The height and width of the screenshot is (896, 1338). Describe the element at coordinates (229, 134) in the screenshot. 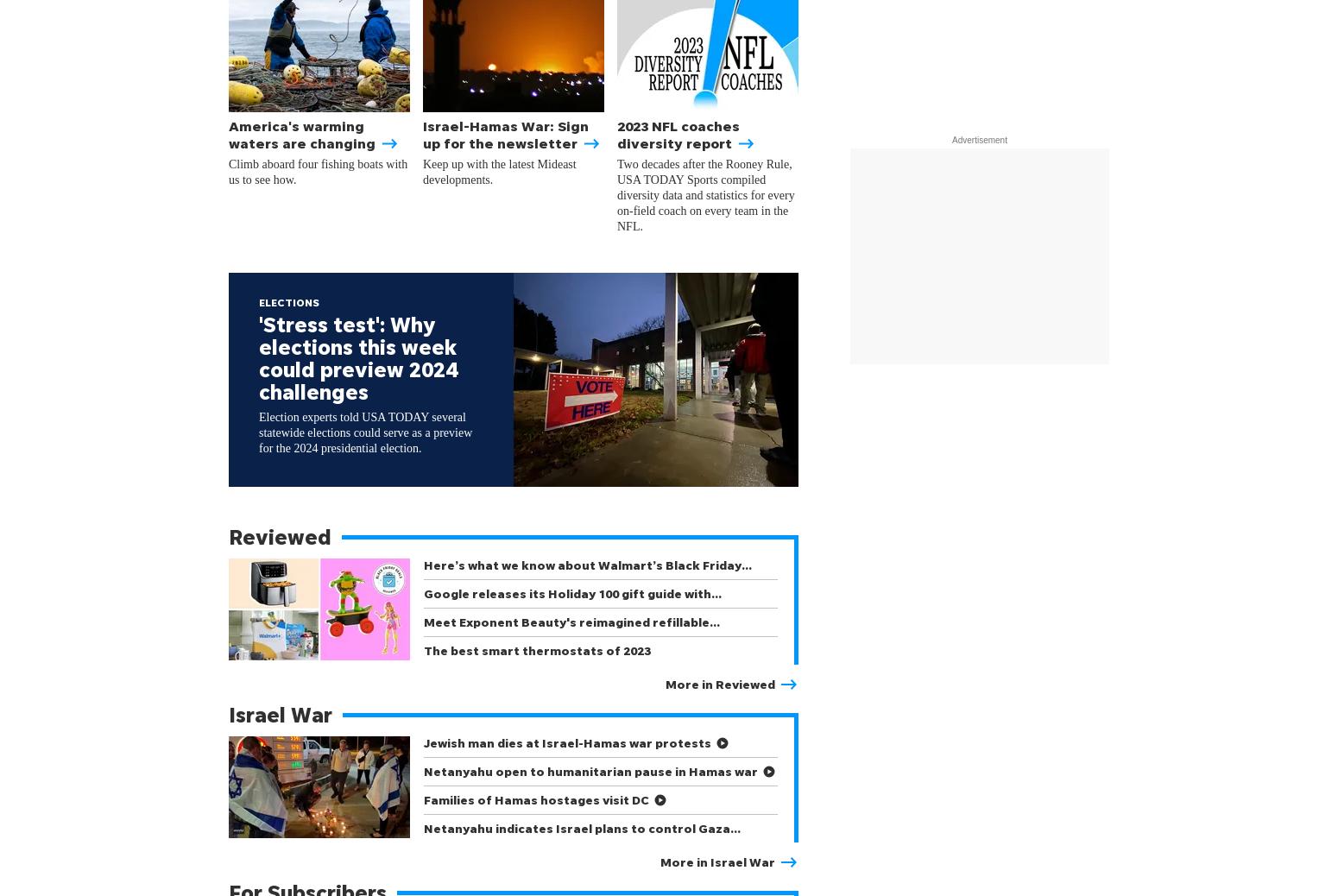

I see `'America's warming waters are changing'` at that location.